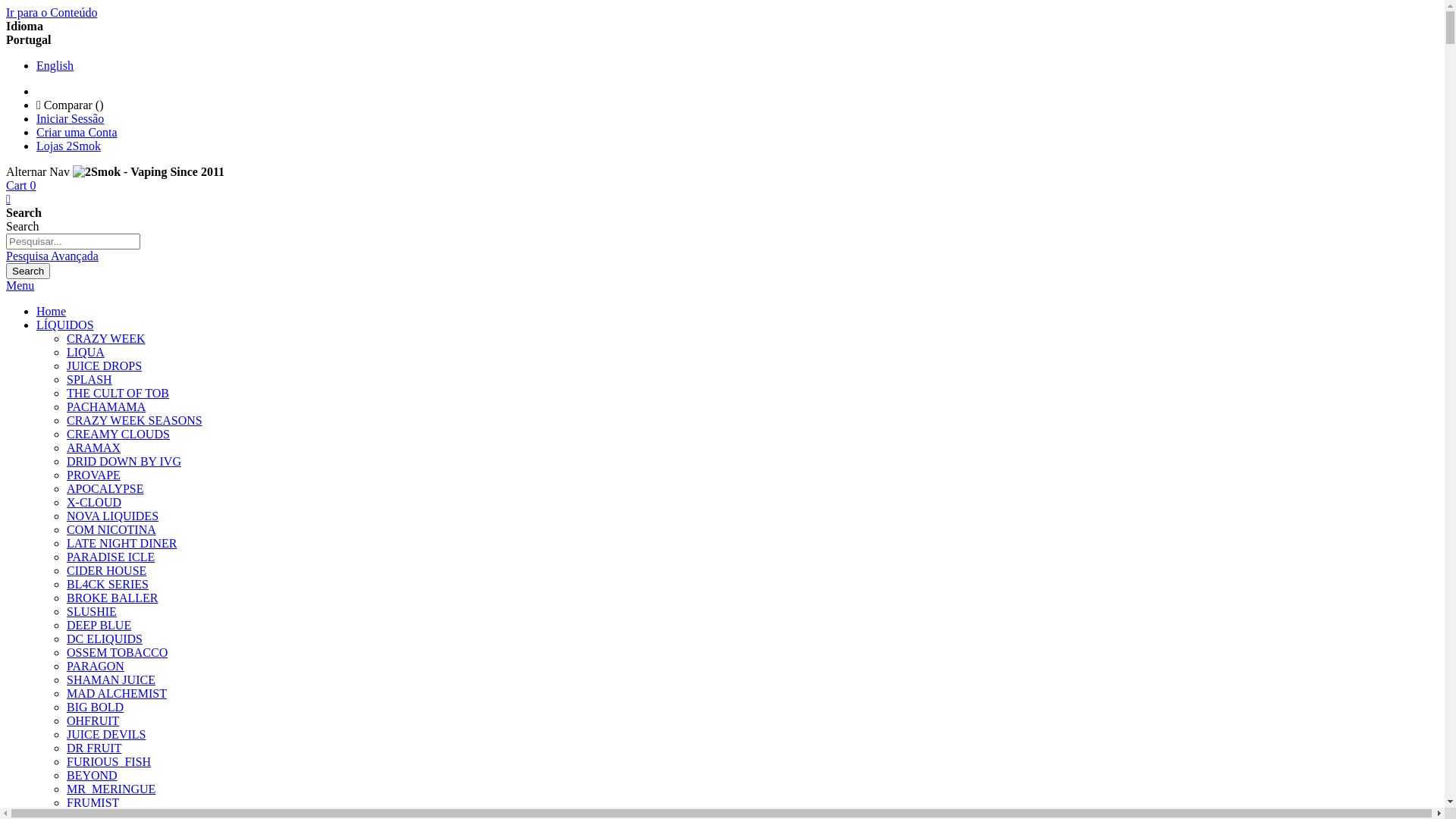 This screenshot has width=1456, height=819. Describe the element at coordinates (105, 488) in the screenshot. I see `'APOCALYPSE'` at that location.